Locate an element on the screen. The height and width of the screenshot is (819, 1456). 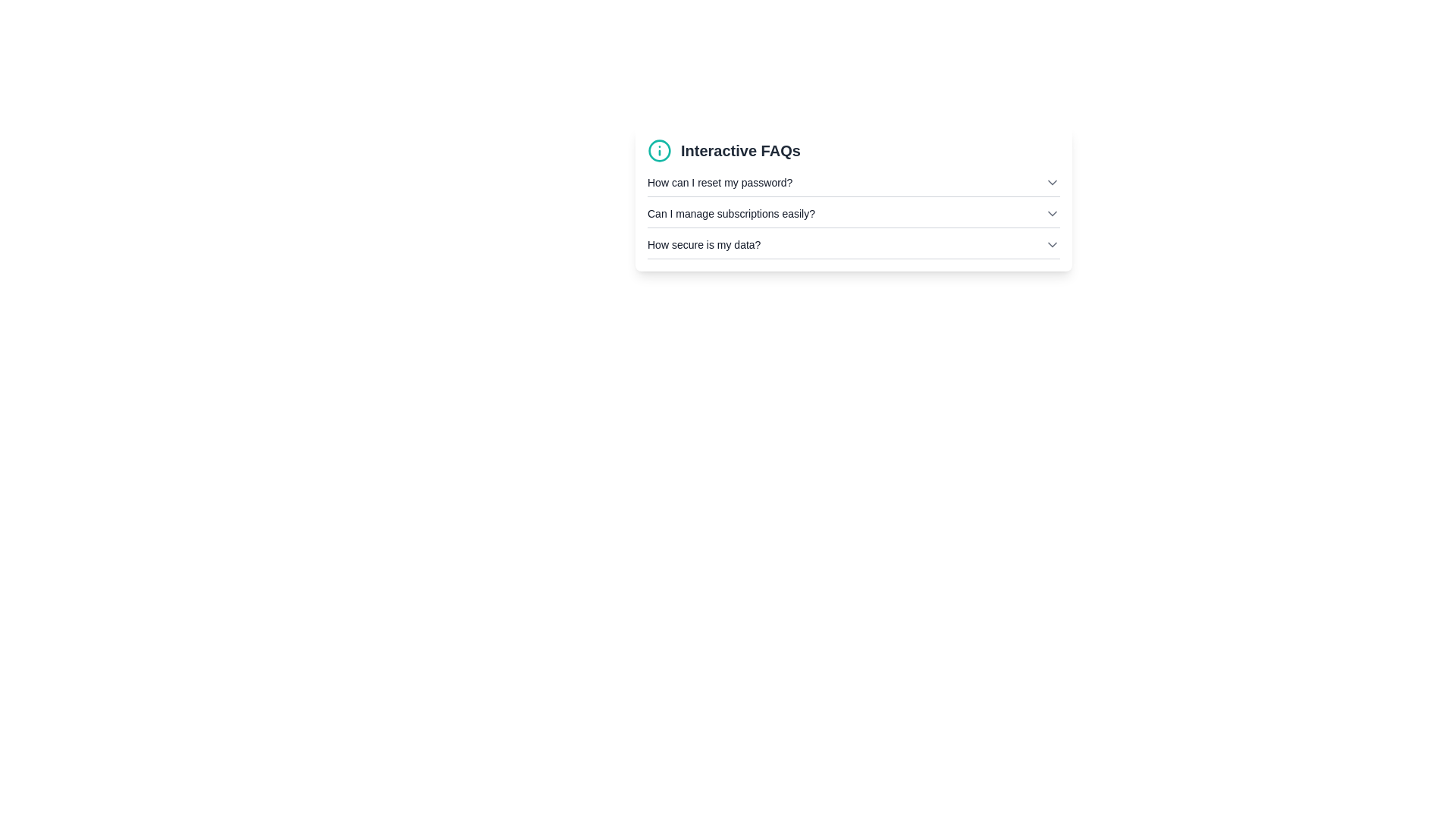
the teal circular SVG element located to the left of the 'Interactive FAQs' text label at the top of the help section is located at coordinates (659, 151).